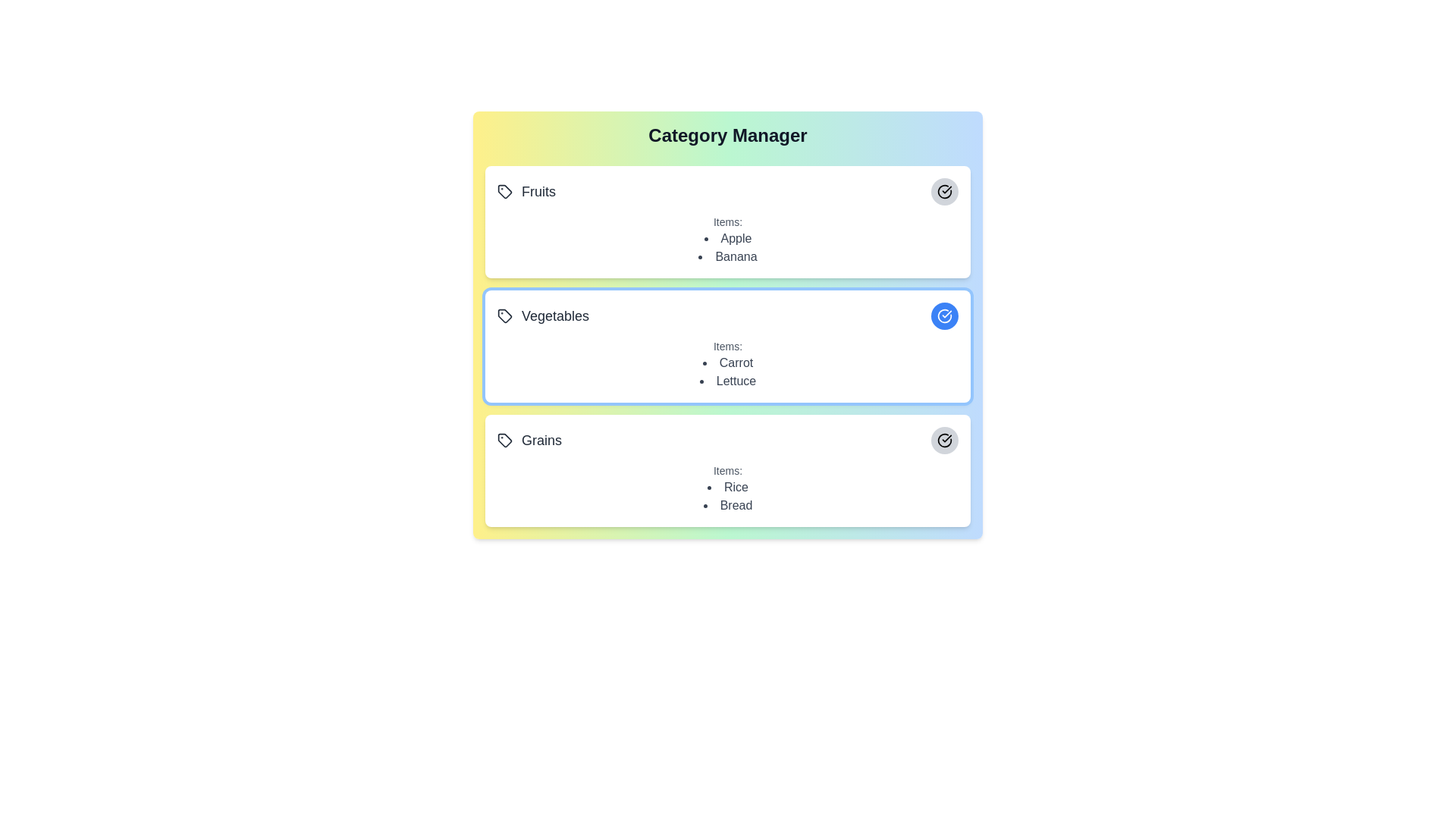 The image size is (1456, 819). What do you see at coordinates (944, 191) in the screenshot?
I see `the category Fruits by clicking its associated button` at bounding box center [944, 191].